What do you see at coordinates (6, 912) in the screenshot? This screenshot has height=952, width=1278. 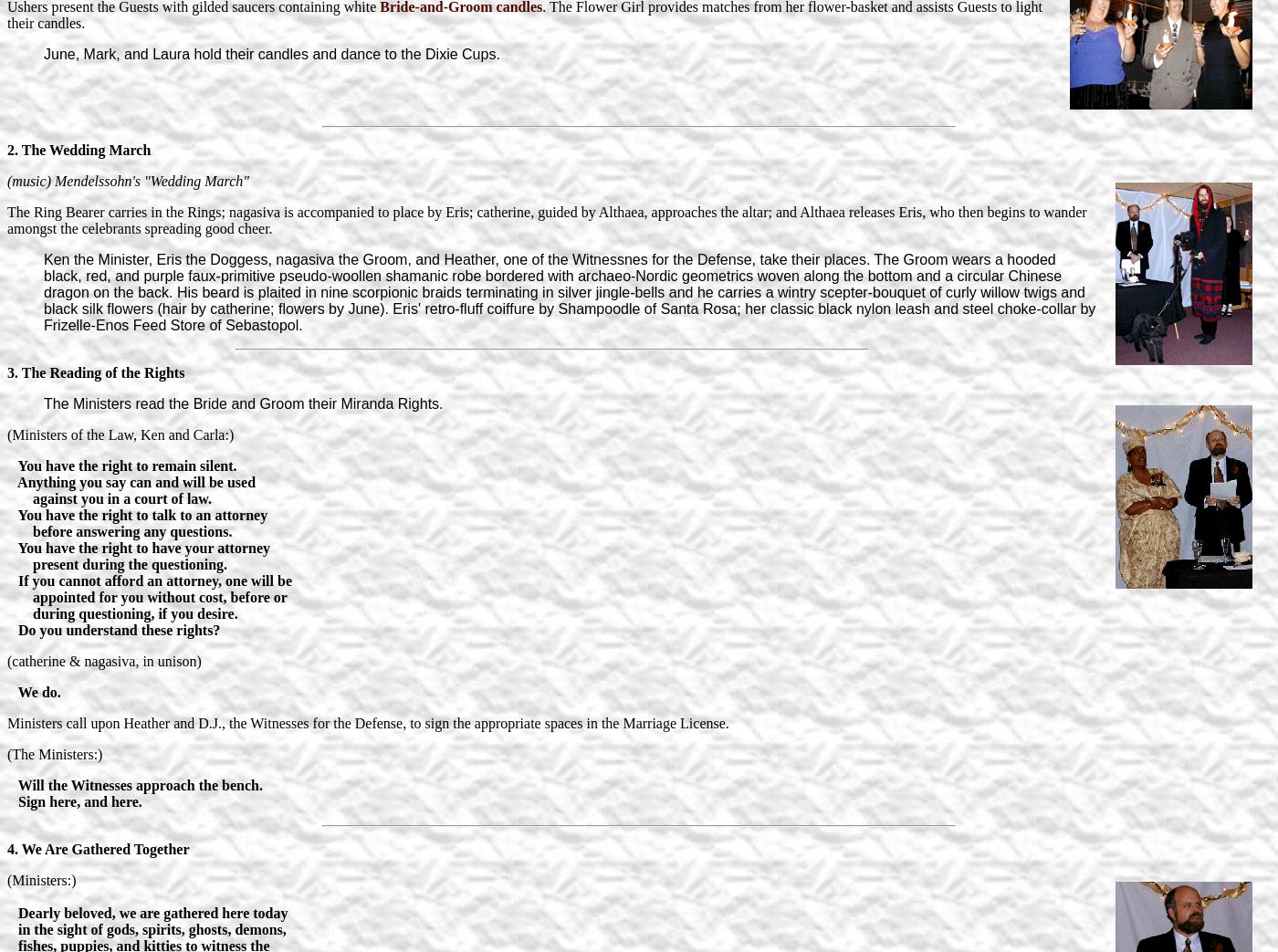 I see `'Dearly beloved, we are gathered here today'` at bounding box center [6, 912].